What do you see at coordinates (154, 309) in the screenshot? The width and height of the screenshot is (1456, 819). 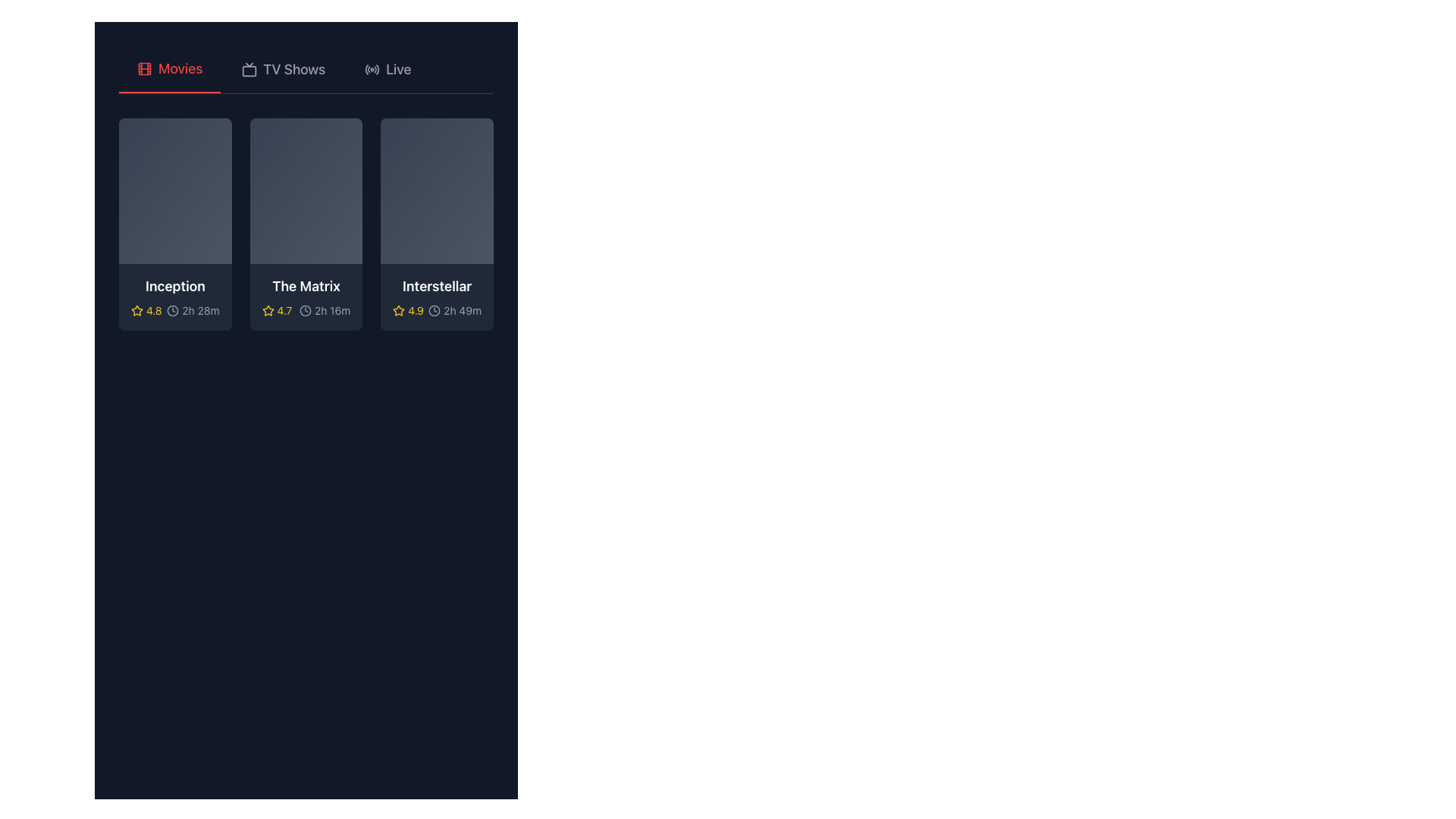 I see `the text label '4.8', which is styled in yellow and part of the rating system next to the star icon for the movie 'Inception'` at bounding box center [154, 309].